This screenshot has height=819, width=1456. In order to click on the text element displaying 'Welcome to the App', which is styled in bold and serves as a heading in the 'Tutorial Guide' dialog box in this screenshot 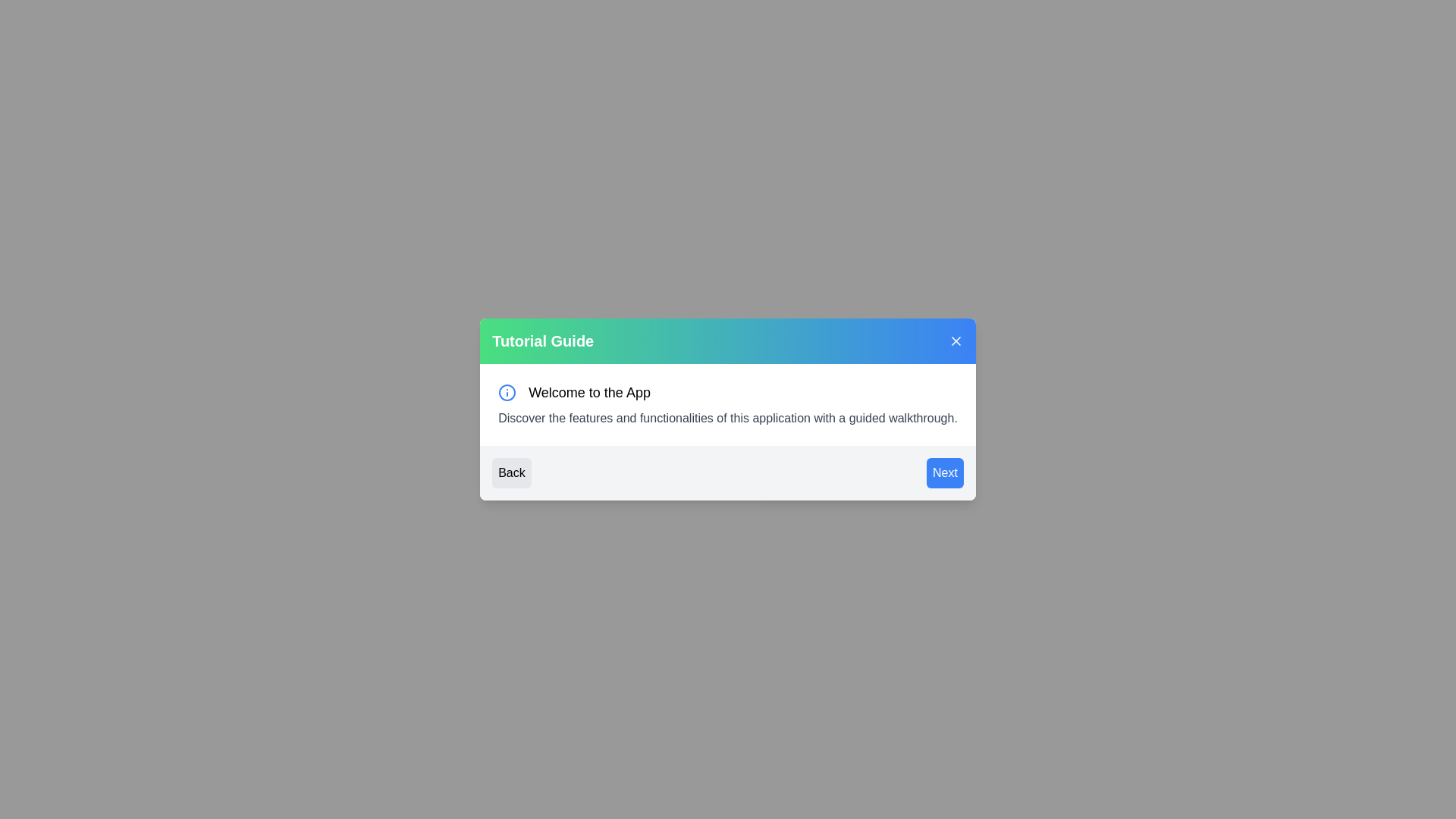, I will do `click(588, 391)`.